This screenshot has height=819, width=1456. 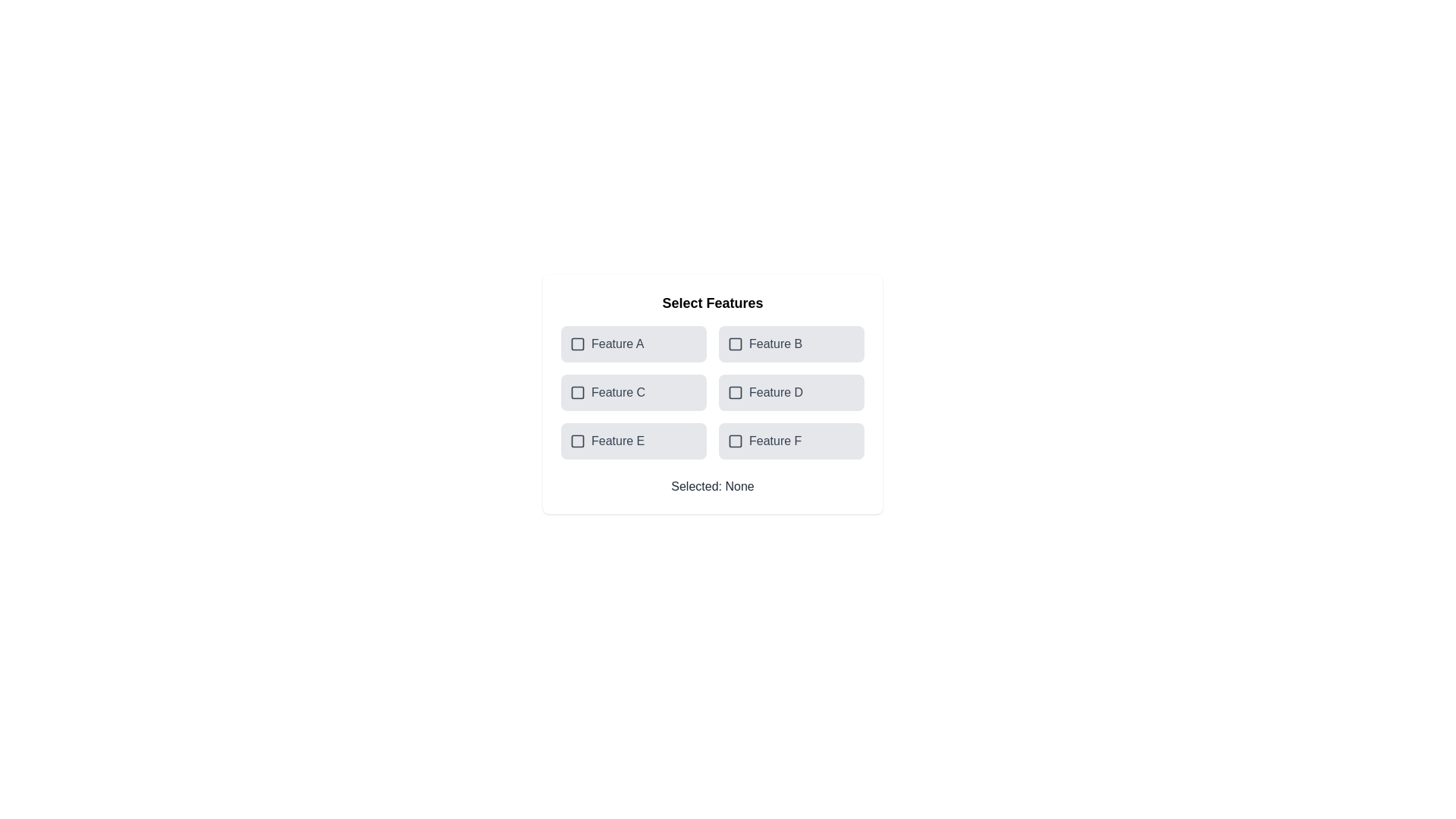 I want to click on the Checkbox Icon, so click(x=577, y=441).